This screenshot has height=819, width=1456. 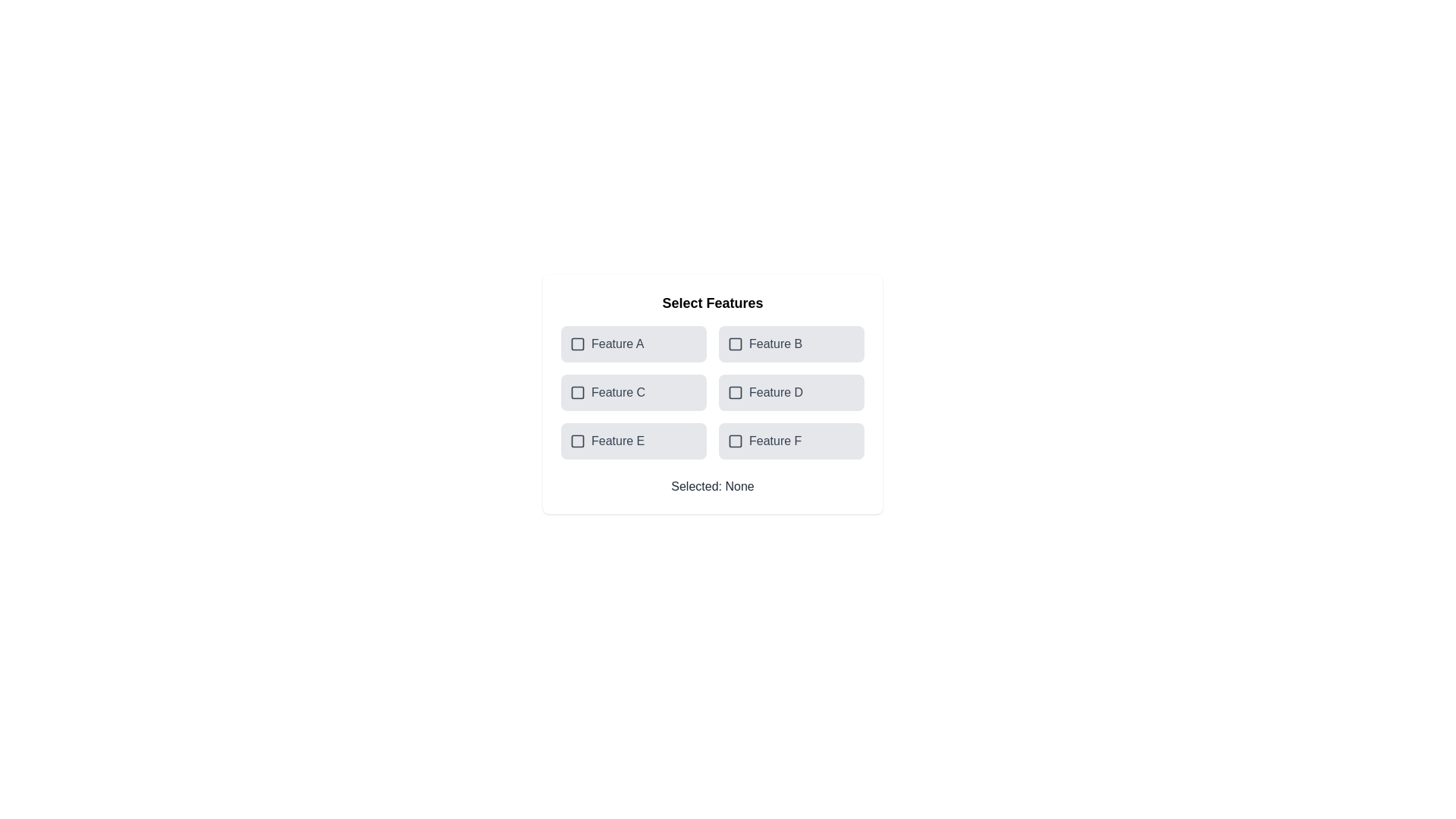 I want to click on the Checkbox Icon, so click(x=577, y=441).